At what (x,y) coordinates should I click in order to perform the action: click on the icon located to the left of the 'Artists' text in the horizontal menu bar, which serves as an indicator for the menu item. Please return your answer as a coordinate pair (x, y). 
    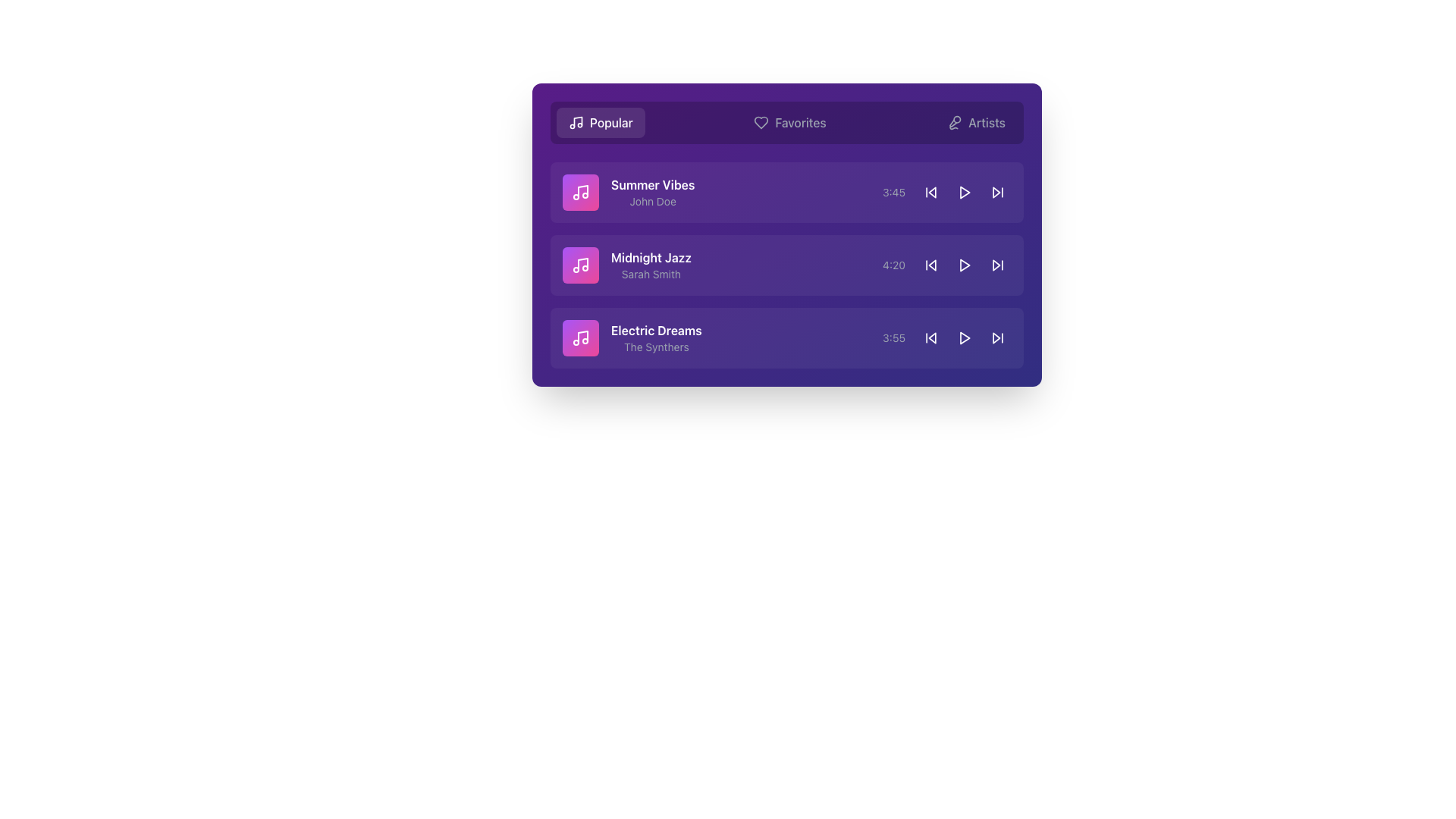
    Looking at the image, I should click on (954, 122).